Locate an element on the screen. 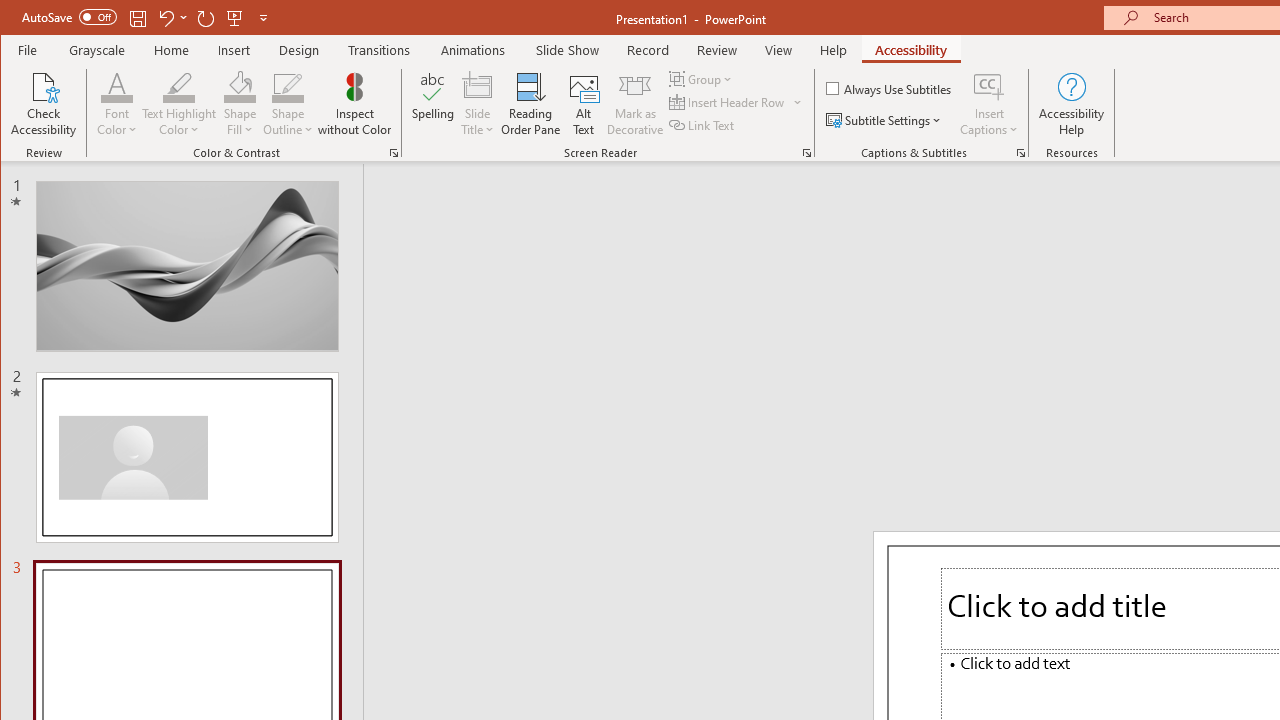  'Font Color' is located at coordinates (116, 85).